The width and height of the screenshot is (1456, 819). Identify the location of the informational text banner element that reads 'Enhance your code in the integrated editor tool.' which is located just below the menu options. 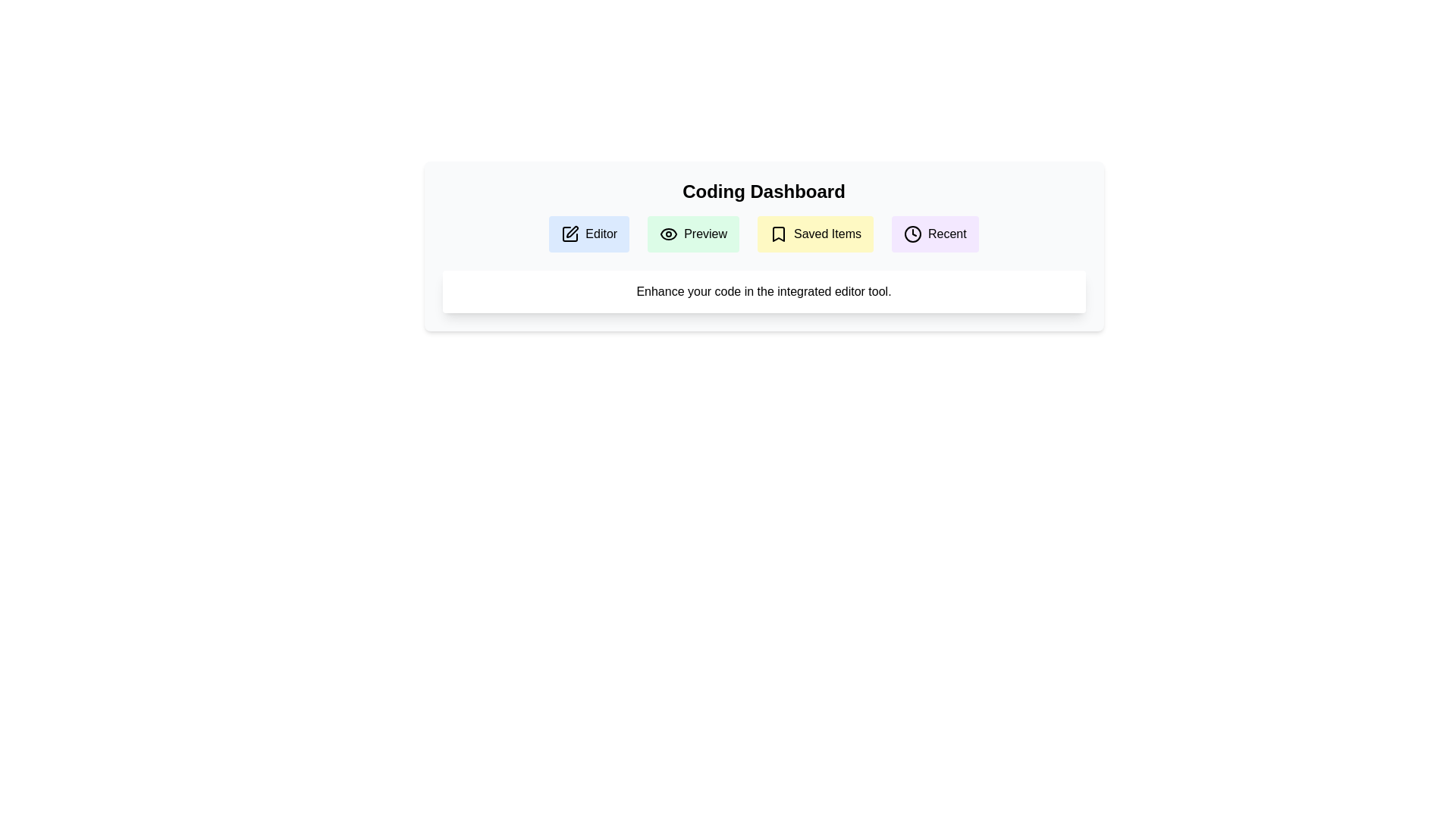
(764, 292).